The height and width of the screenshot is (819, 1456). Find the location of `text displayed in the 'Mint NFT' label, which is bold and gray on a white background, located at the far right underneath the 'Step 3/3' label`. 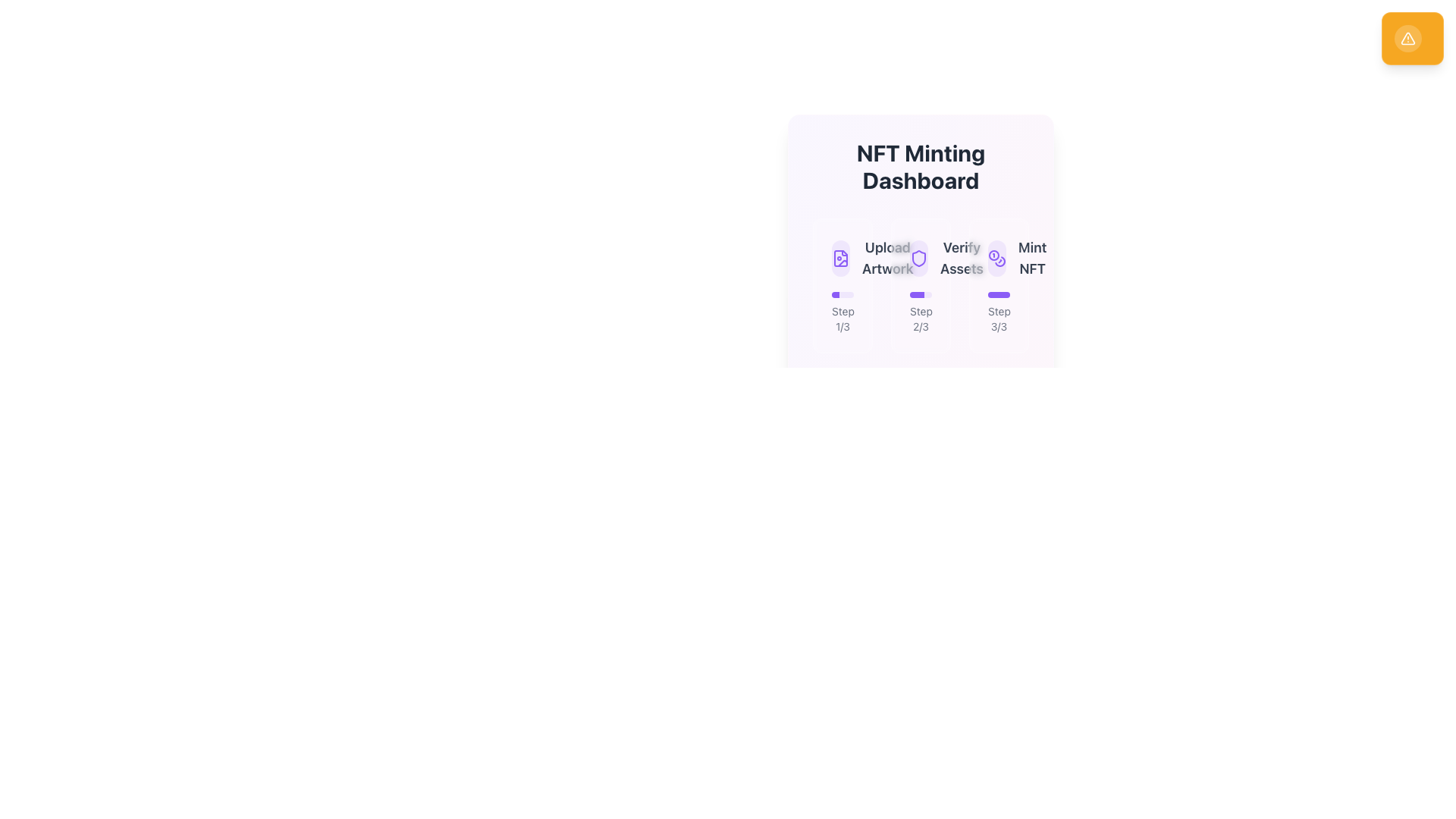

text displayed in the 'Mint NFT' label, which is bold and gray on a white background, located at the far right underneath the 'Step 3/3' label is located at coordinates (1031, 257).